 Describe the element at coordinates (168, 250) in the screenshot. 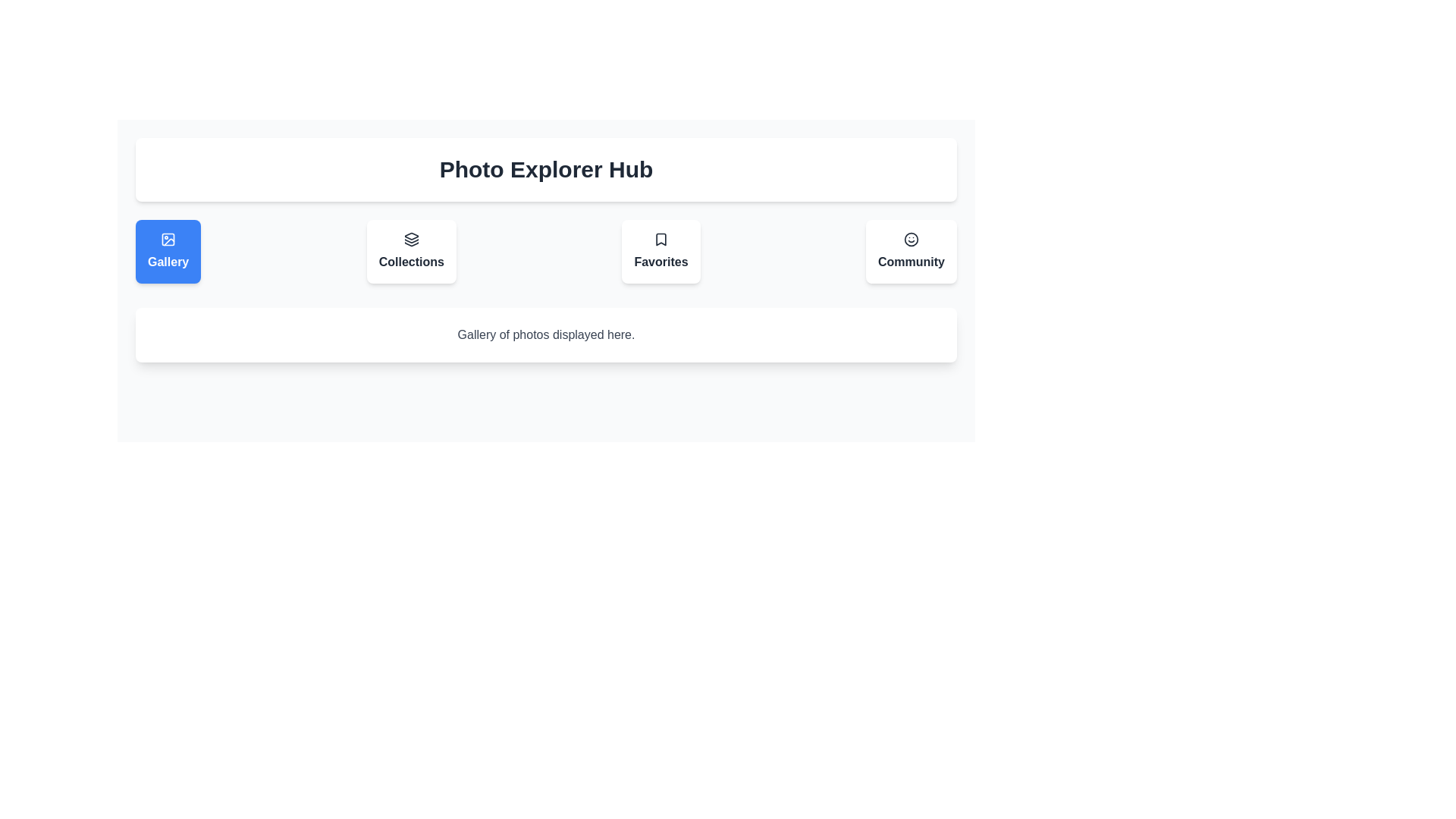

I see `the first button labeled 'Gallery'` at that location.